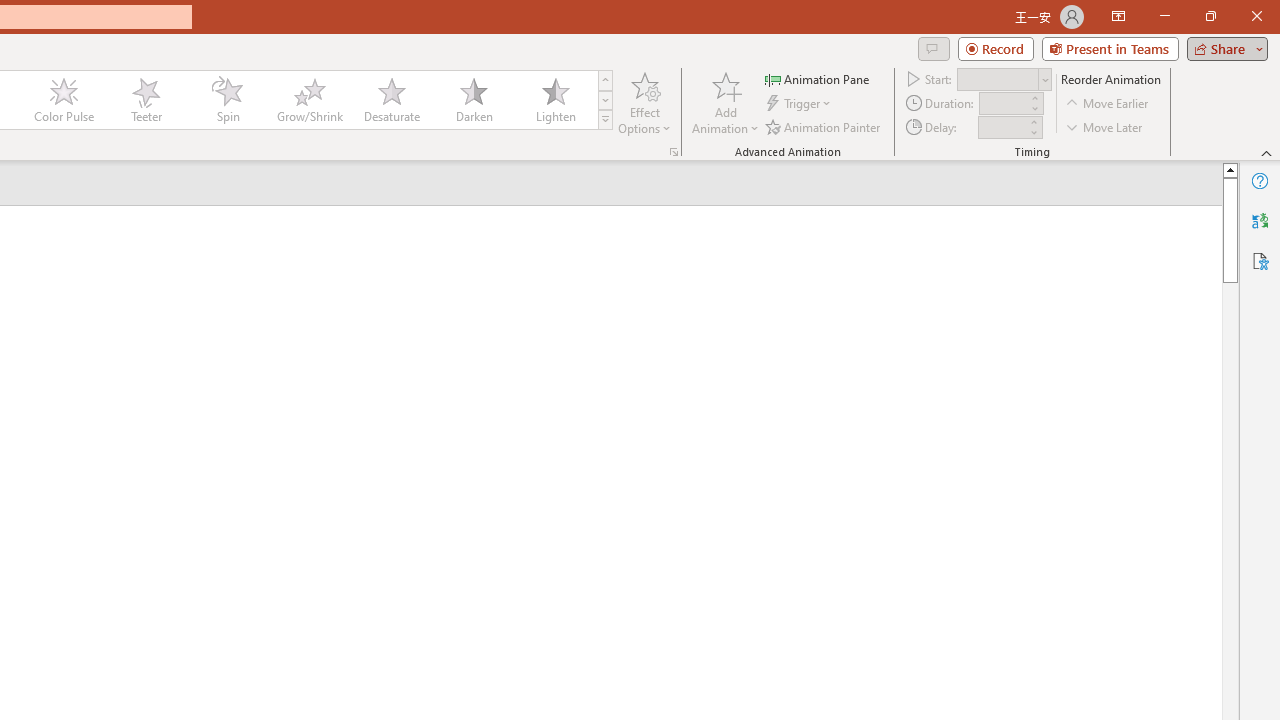 Image resolution: width=1280 pixels, height=720 pixels. I want to click on 'Minimize', so click(1164, 16).